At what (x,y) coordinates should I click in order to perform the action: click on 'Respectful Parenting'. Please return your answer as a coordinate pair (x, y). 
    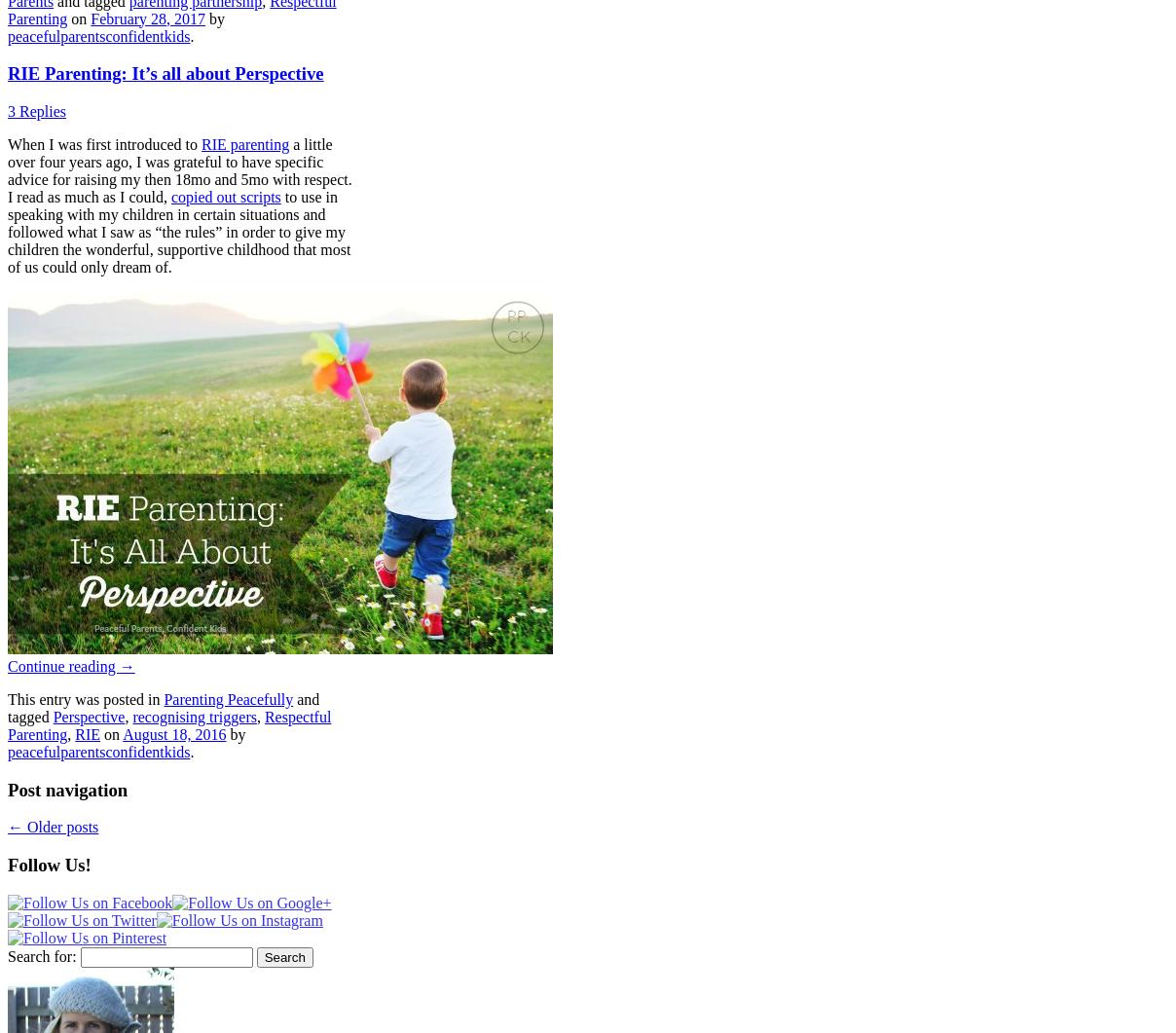
    Looking at the image, I should click on (168, 725).